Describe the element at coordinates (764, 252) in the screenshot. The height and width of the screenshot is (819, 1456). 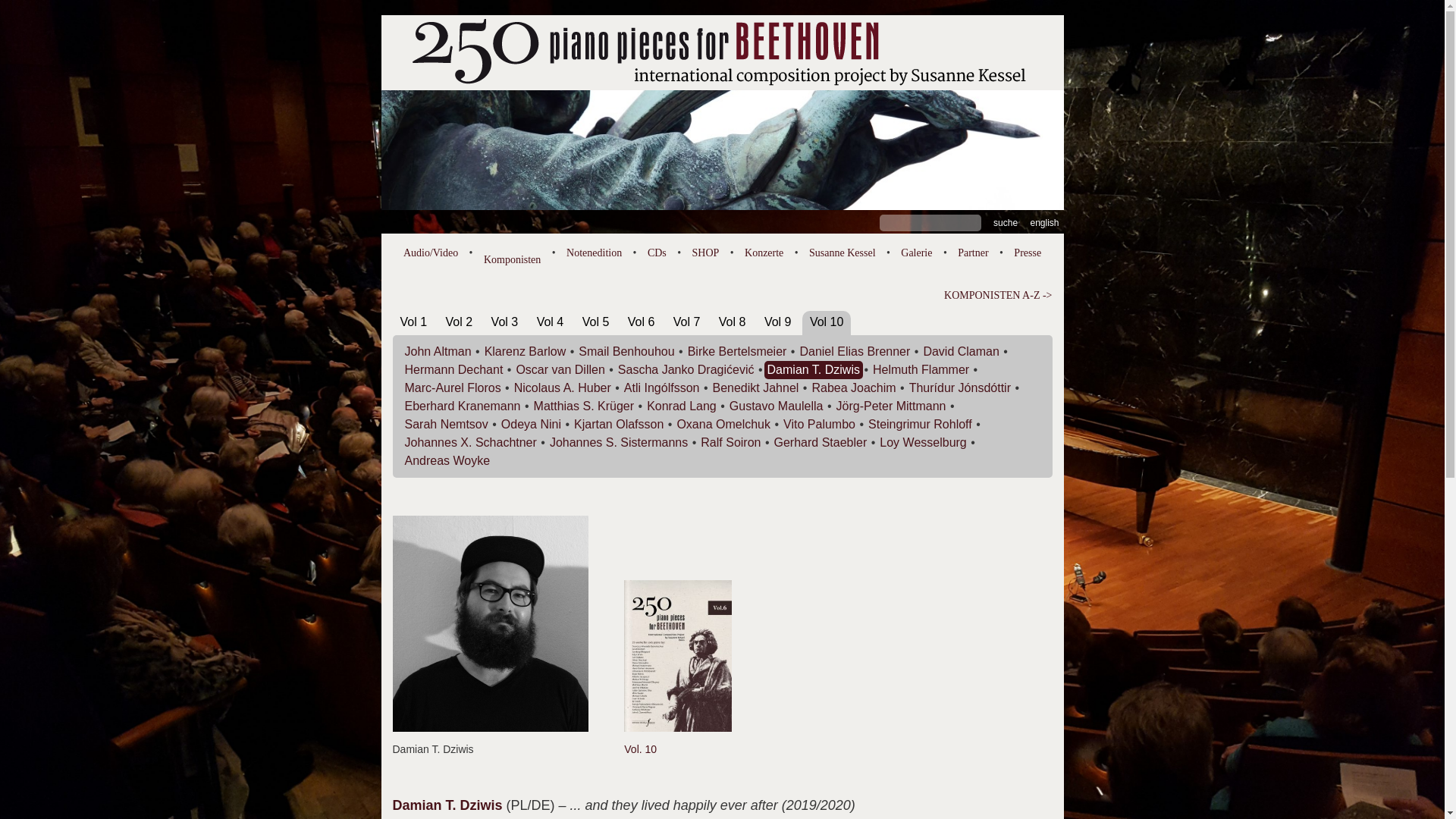
I see `'Konzerte'` at that location.